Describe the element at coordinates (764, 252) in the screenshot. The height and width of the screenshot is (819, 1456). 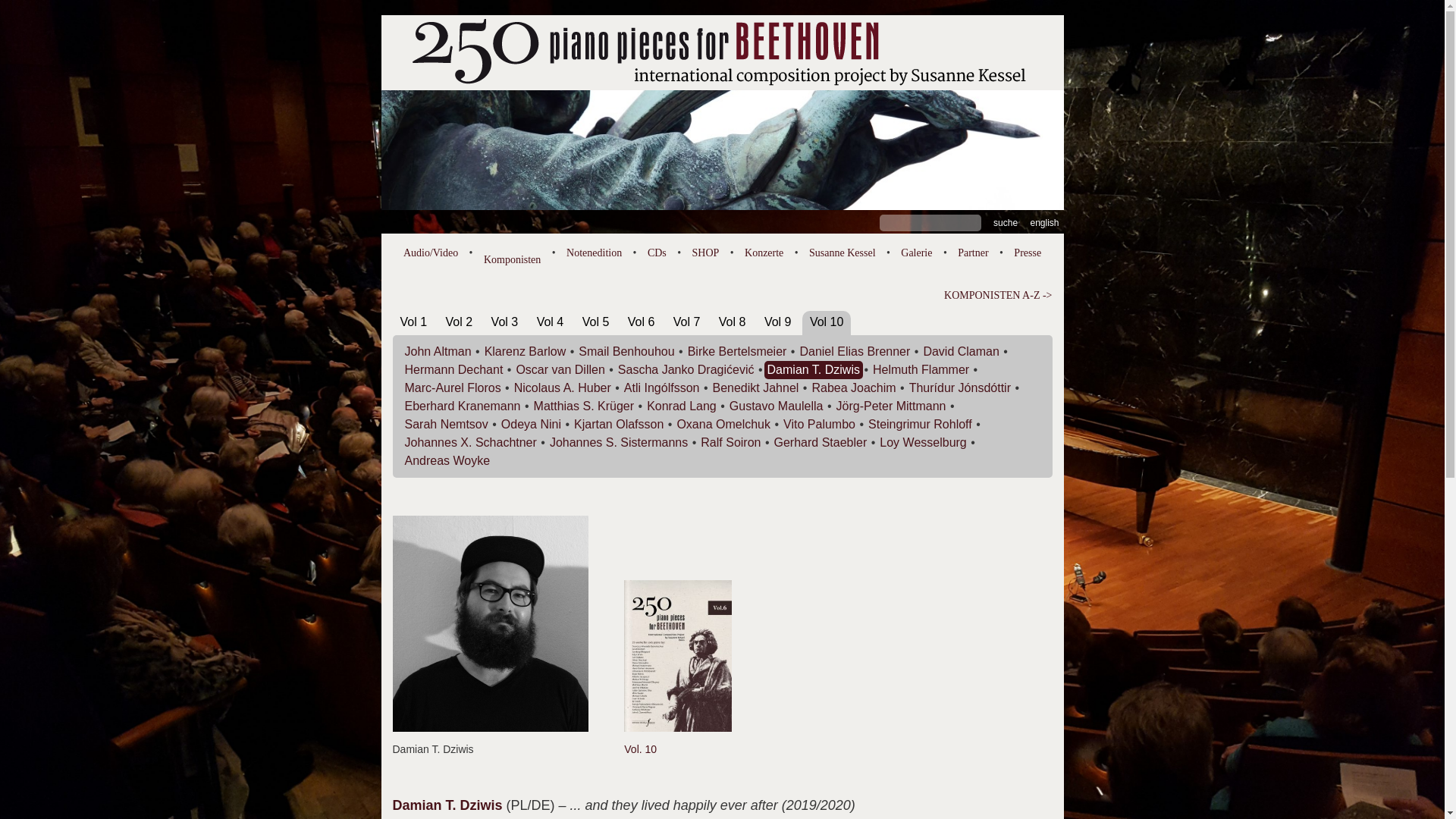
I see `'Konzerte'` at that location.